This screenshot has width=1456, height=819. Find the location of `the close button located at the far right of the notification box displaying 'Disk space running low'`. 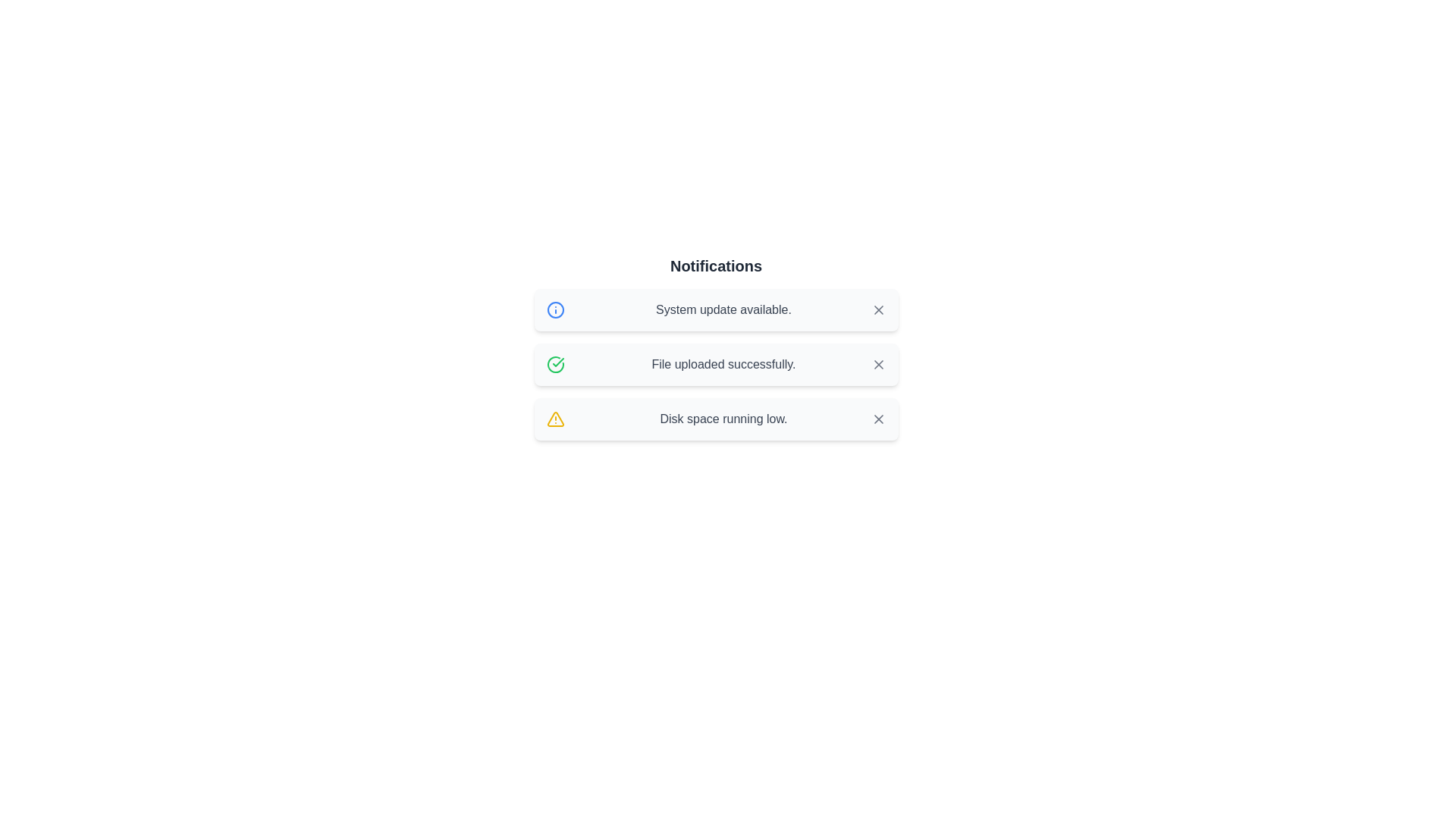

the close button located at the far right of the notification box displaying 'Disk space running low' is located at coordinates (878, 419).